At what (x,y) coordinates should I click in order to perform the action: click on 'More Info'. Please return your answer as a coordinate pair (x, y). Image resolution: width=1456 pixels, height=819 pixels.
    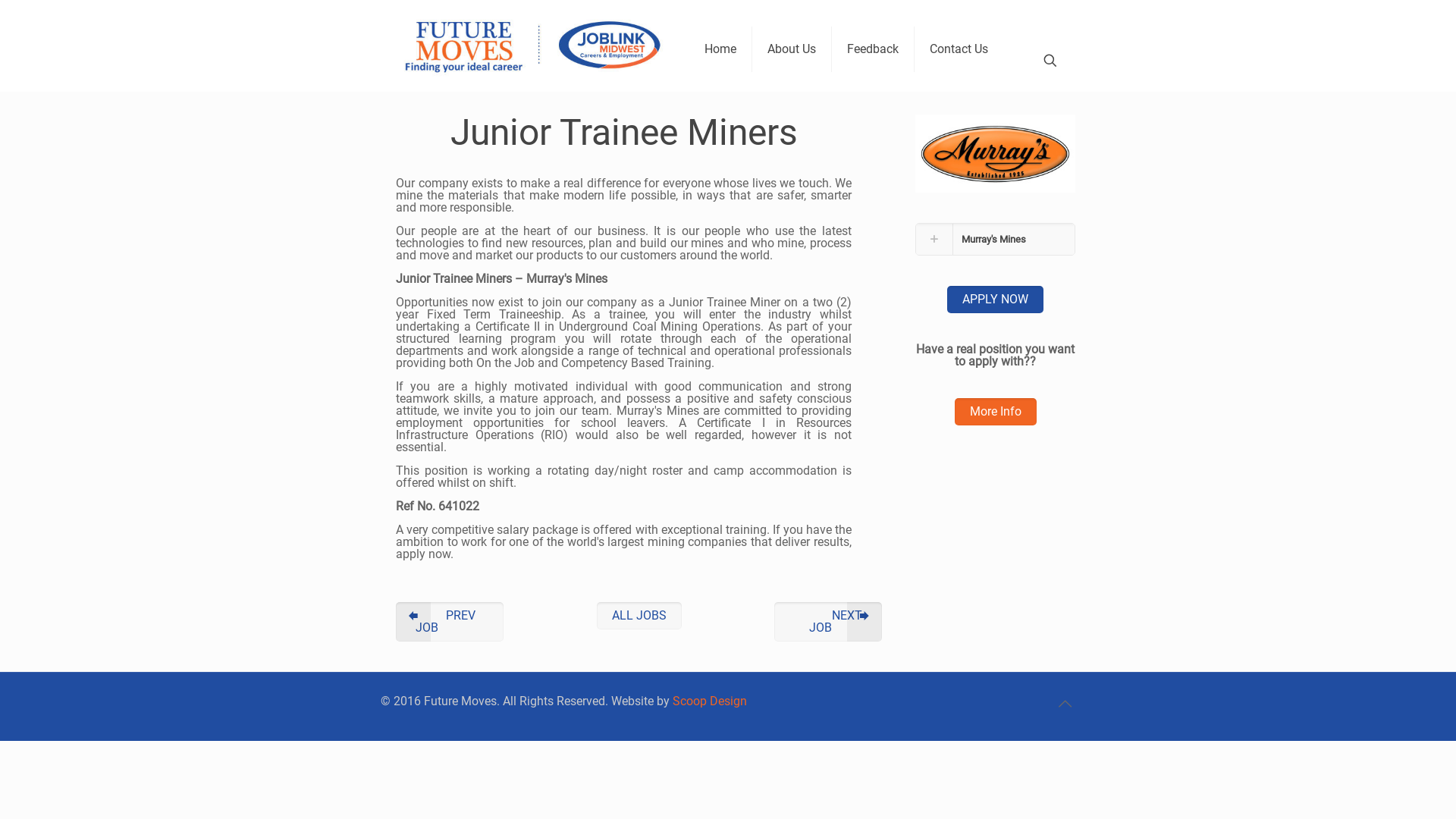
    Looking at the image, I should click on (994, 412).